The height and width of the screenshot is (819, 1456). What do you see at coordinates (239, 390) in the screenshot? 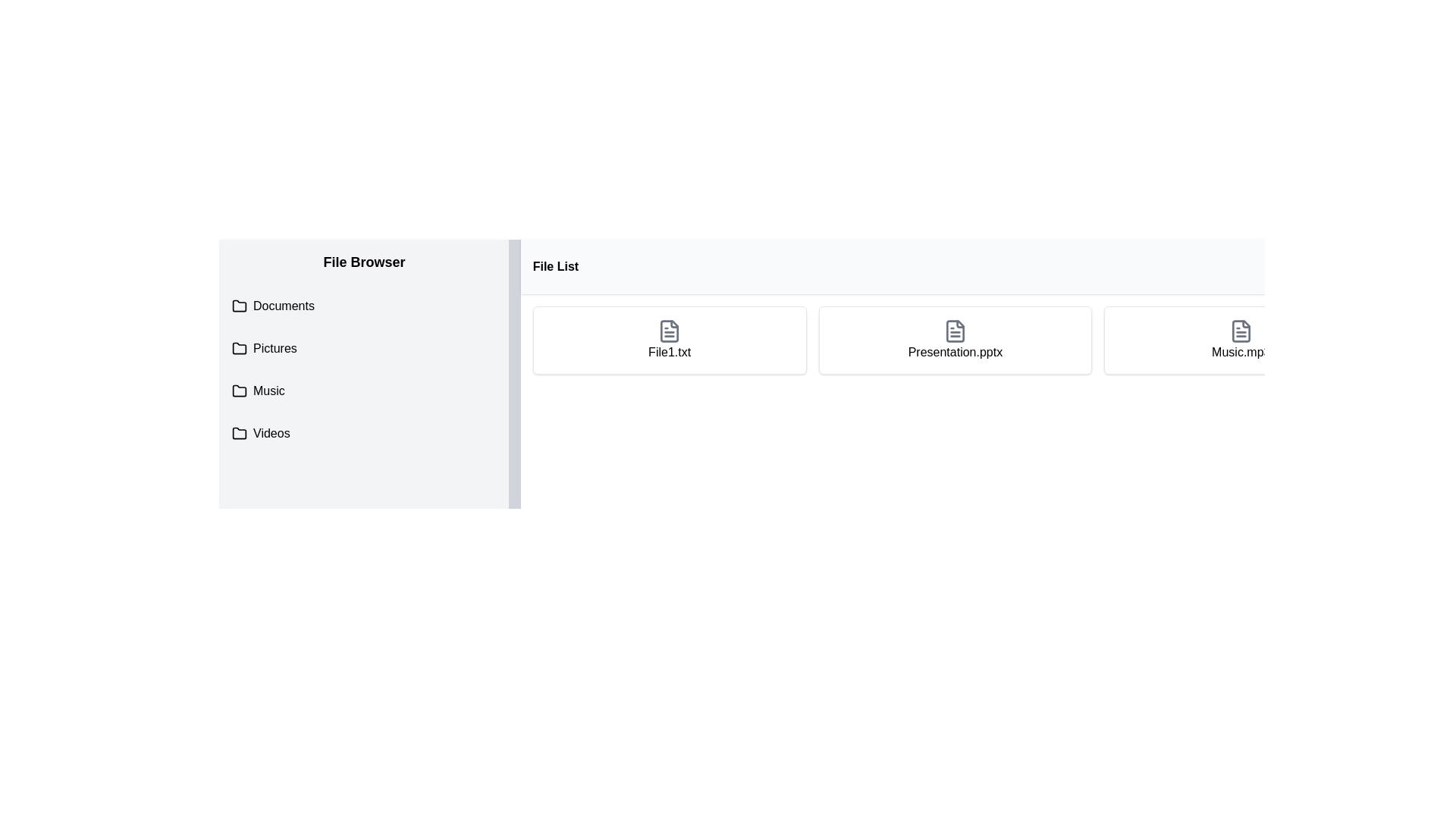
I see `the folder icon in the 'File Browser' panel` at bounding box center [239, 390].